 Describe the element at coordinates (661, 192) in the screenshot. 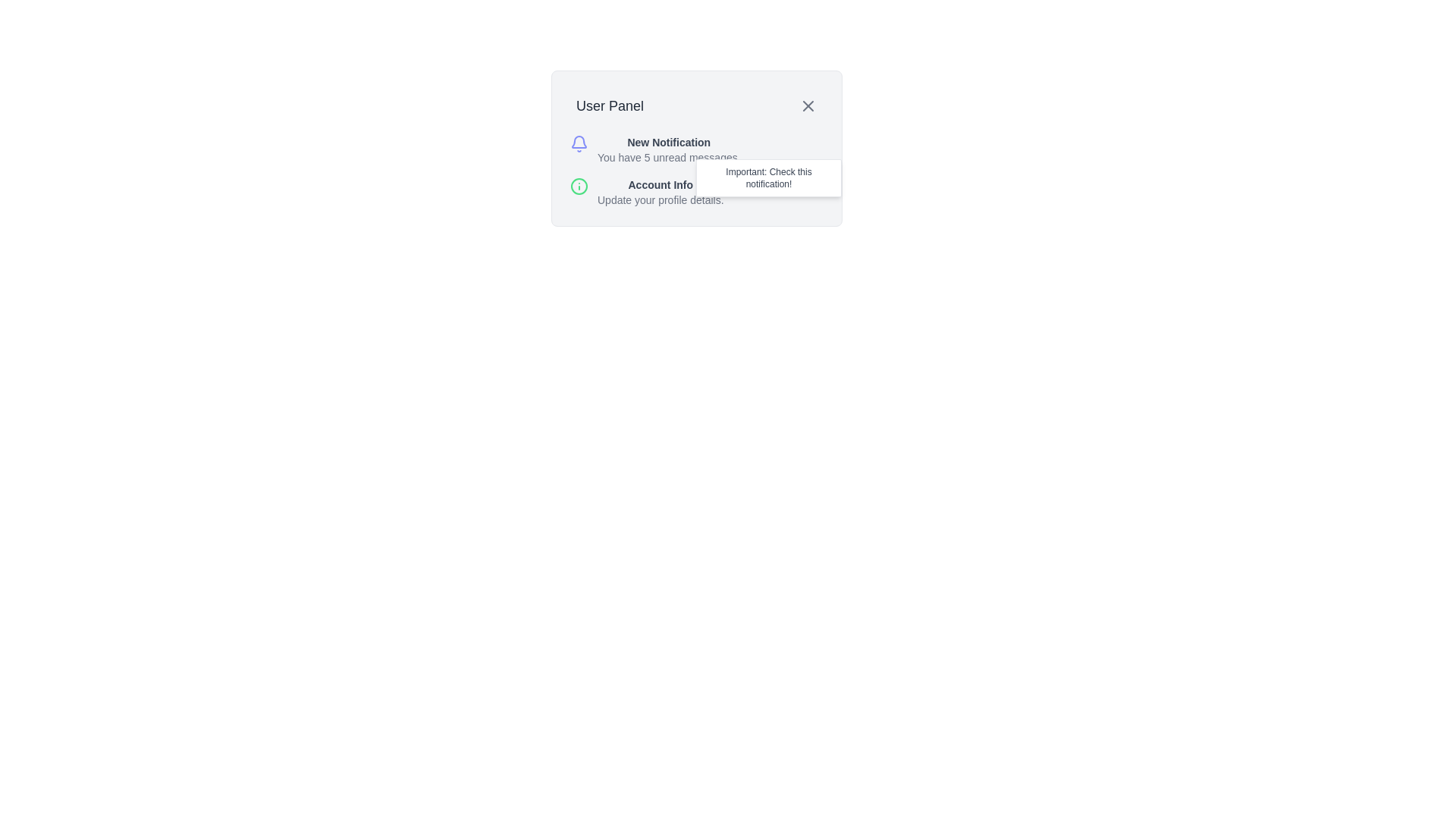

I see `descriptive text label located in the 'User Panel' below the 'New Notification' entry` at that location.